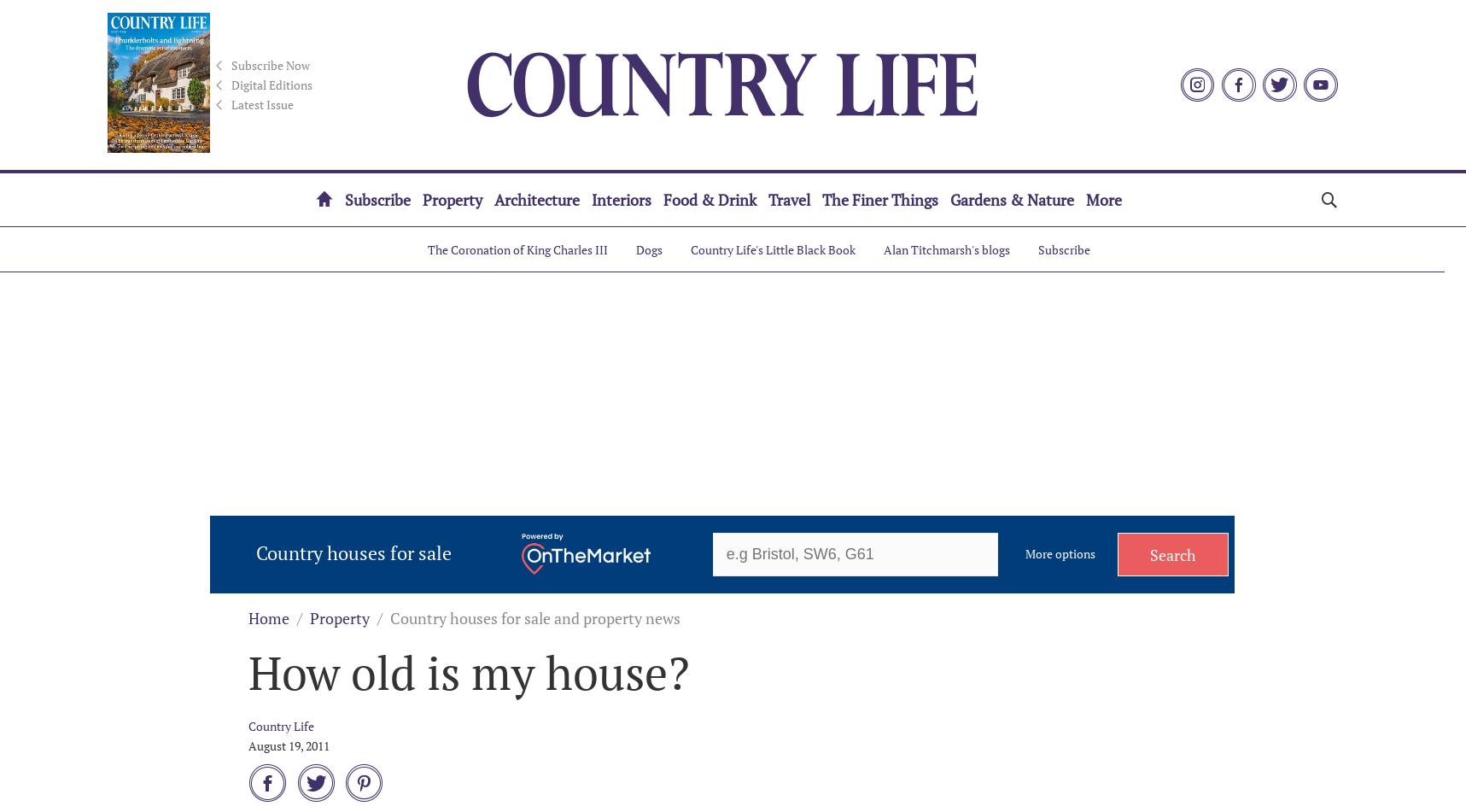 This screenshot has width=1466, height=812. Describe the element at coordinates (269, 65) in the screenshot. I see `'Subscribe Now'` at that location.